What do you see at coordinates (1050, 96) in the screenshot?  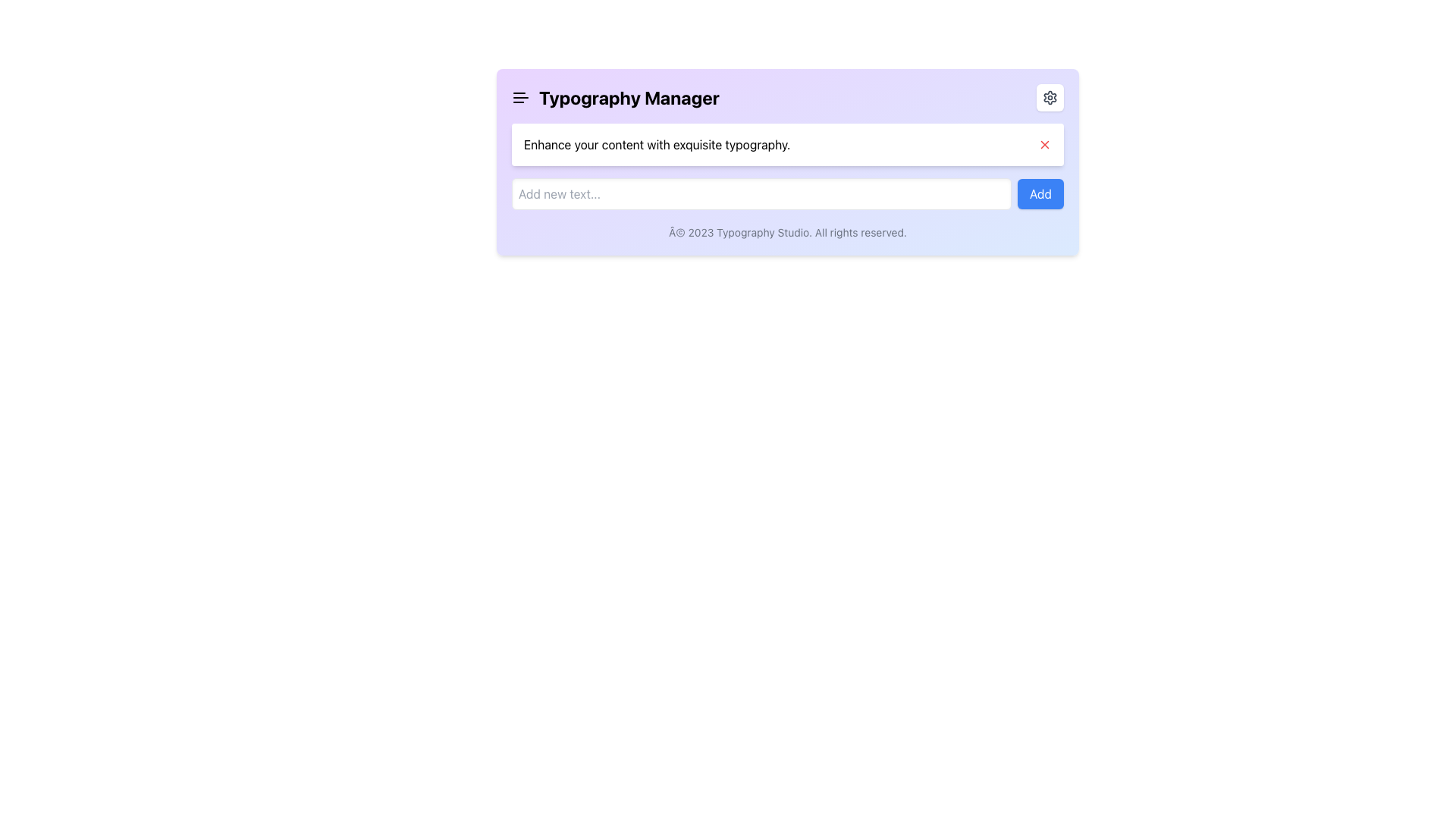 I see `the cogwheel-like icon located at the top-right corner of the interface` at bounding box center [1050, 96].